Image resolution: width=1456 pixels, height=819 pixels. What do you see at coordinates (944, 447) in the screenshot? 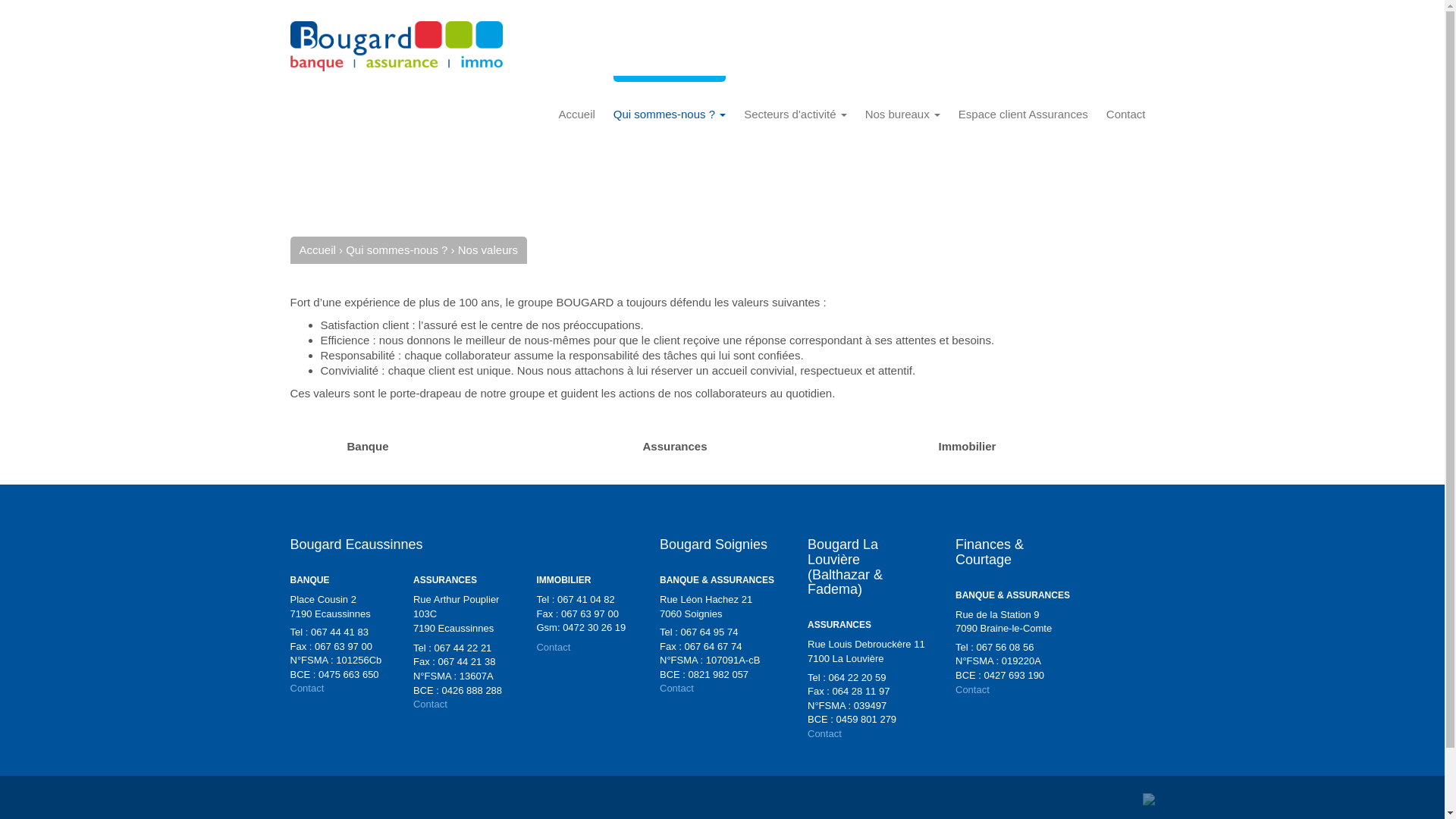
I see `'Immobilier'` at bounding box center [944, 447].